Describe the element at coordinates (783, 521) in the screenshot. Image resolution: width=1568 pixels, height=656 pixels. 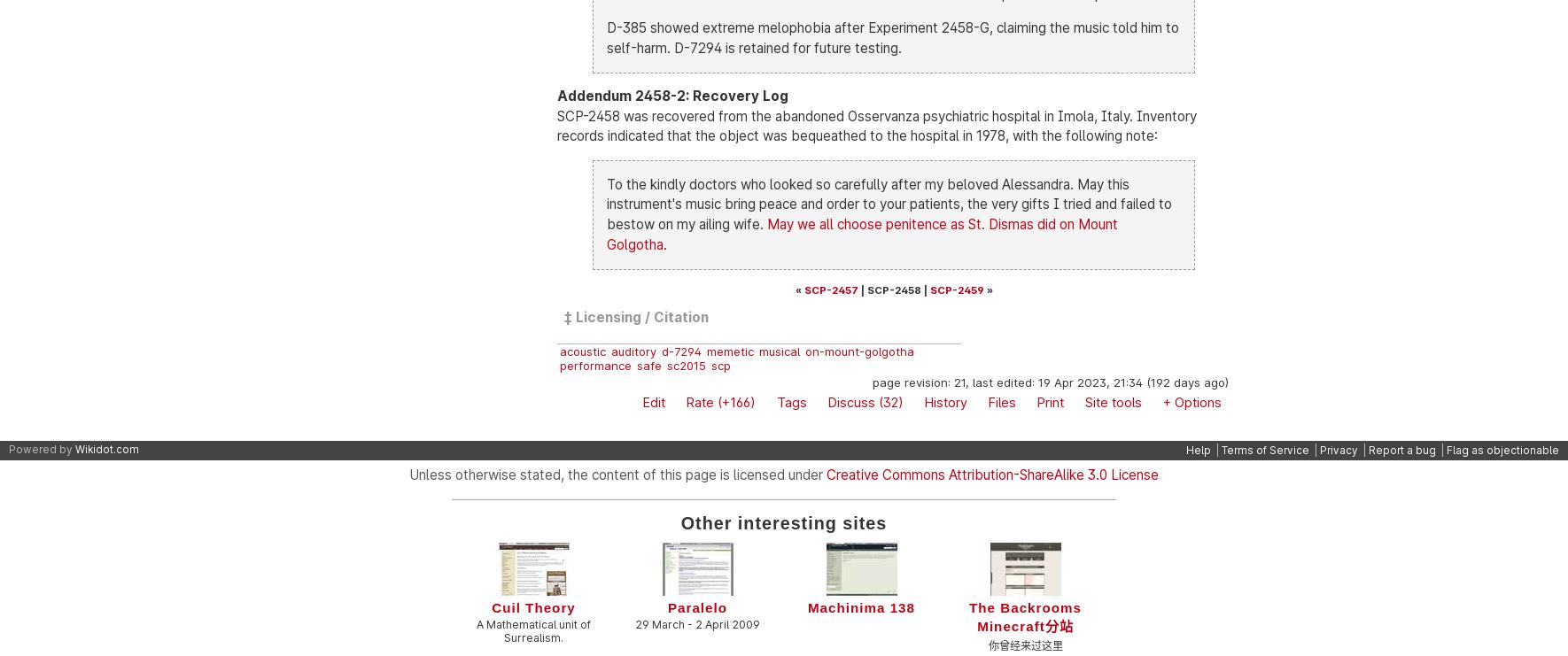
I see `'Other interesting sites'` at that location.